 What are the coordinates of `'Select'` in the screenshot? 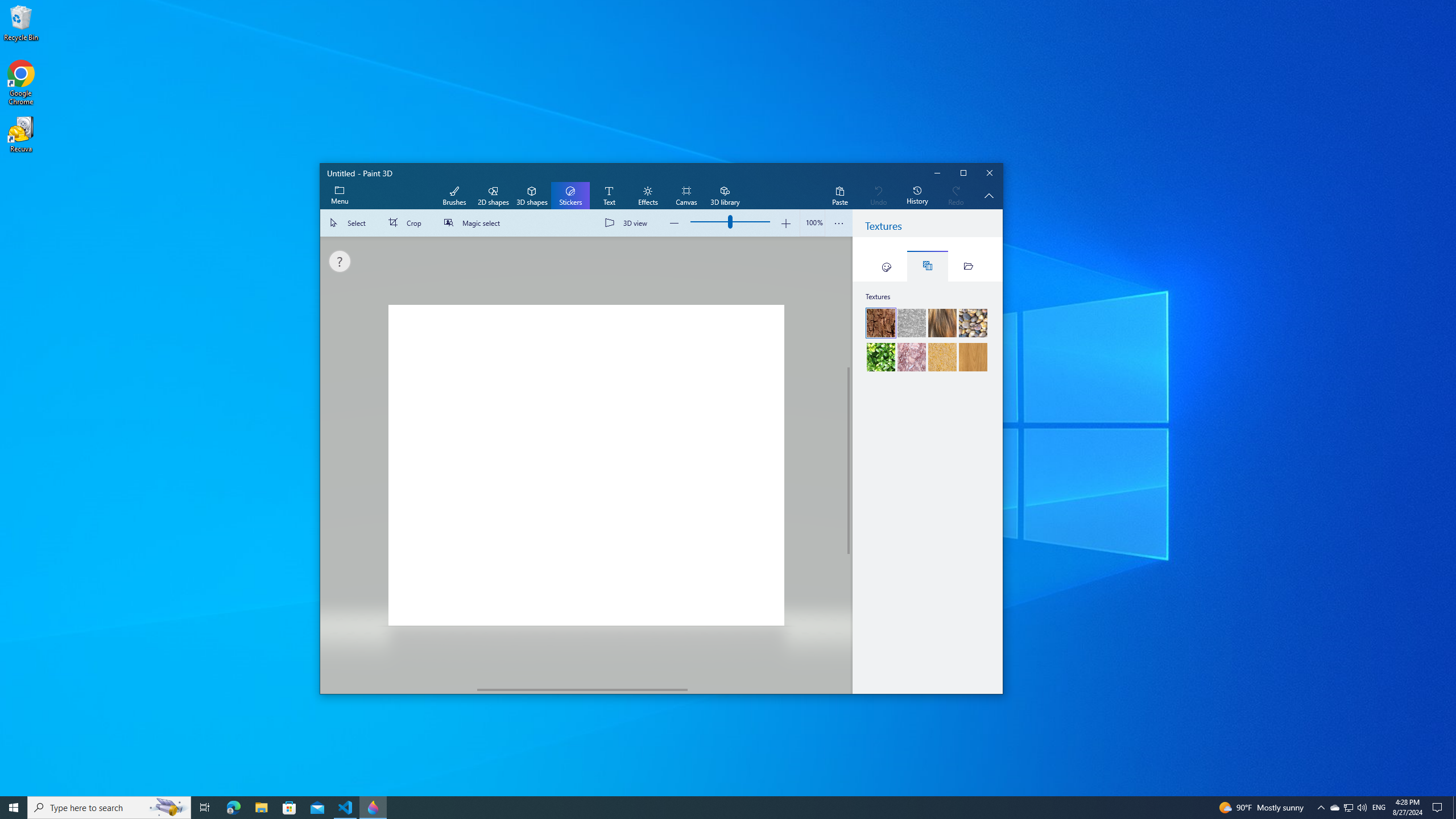 It's located at (350, 222).